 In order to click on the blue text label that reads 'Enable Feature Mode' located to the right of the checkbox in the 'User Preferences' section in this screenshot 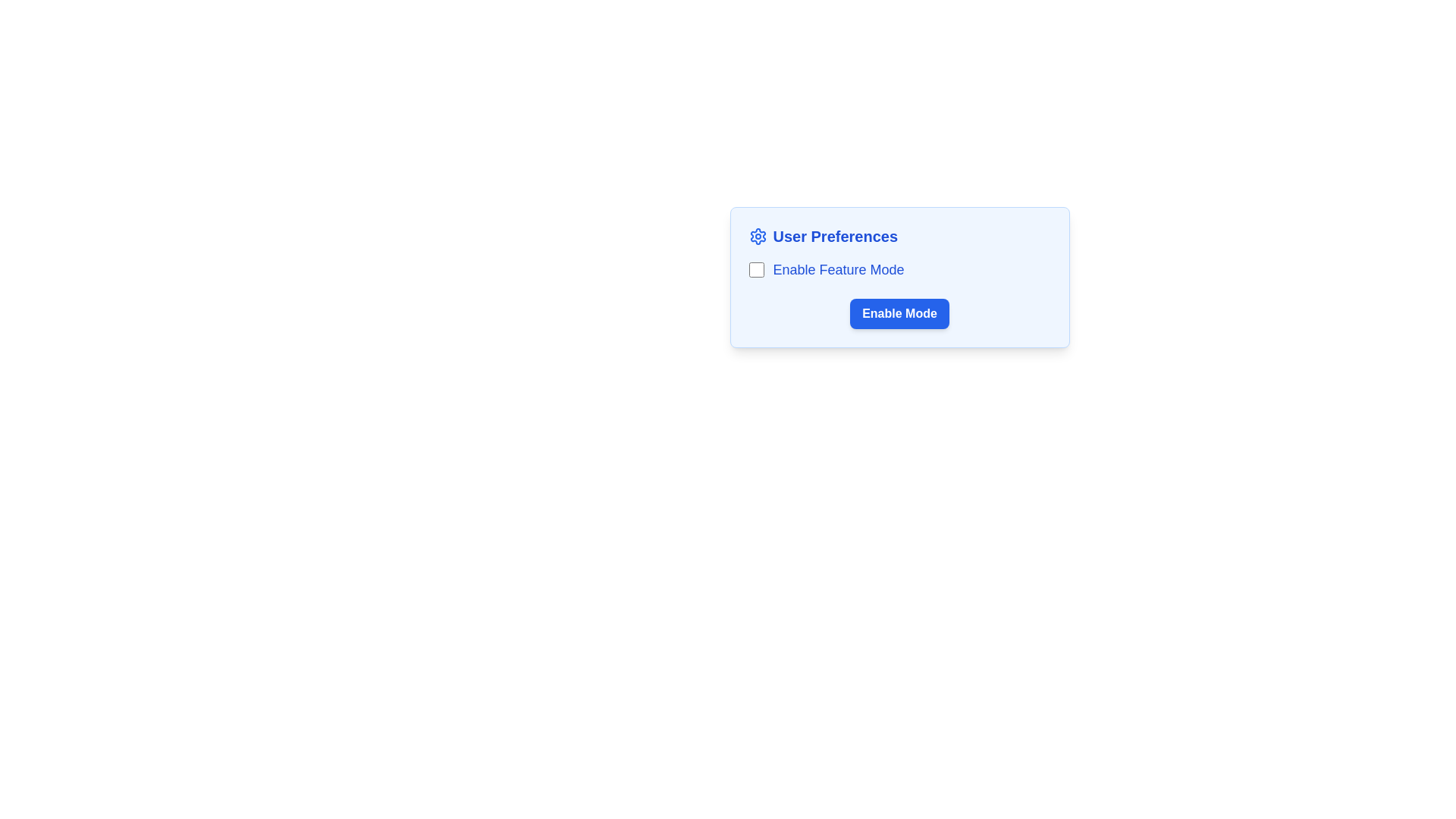, I will do `click(838, 268)`.